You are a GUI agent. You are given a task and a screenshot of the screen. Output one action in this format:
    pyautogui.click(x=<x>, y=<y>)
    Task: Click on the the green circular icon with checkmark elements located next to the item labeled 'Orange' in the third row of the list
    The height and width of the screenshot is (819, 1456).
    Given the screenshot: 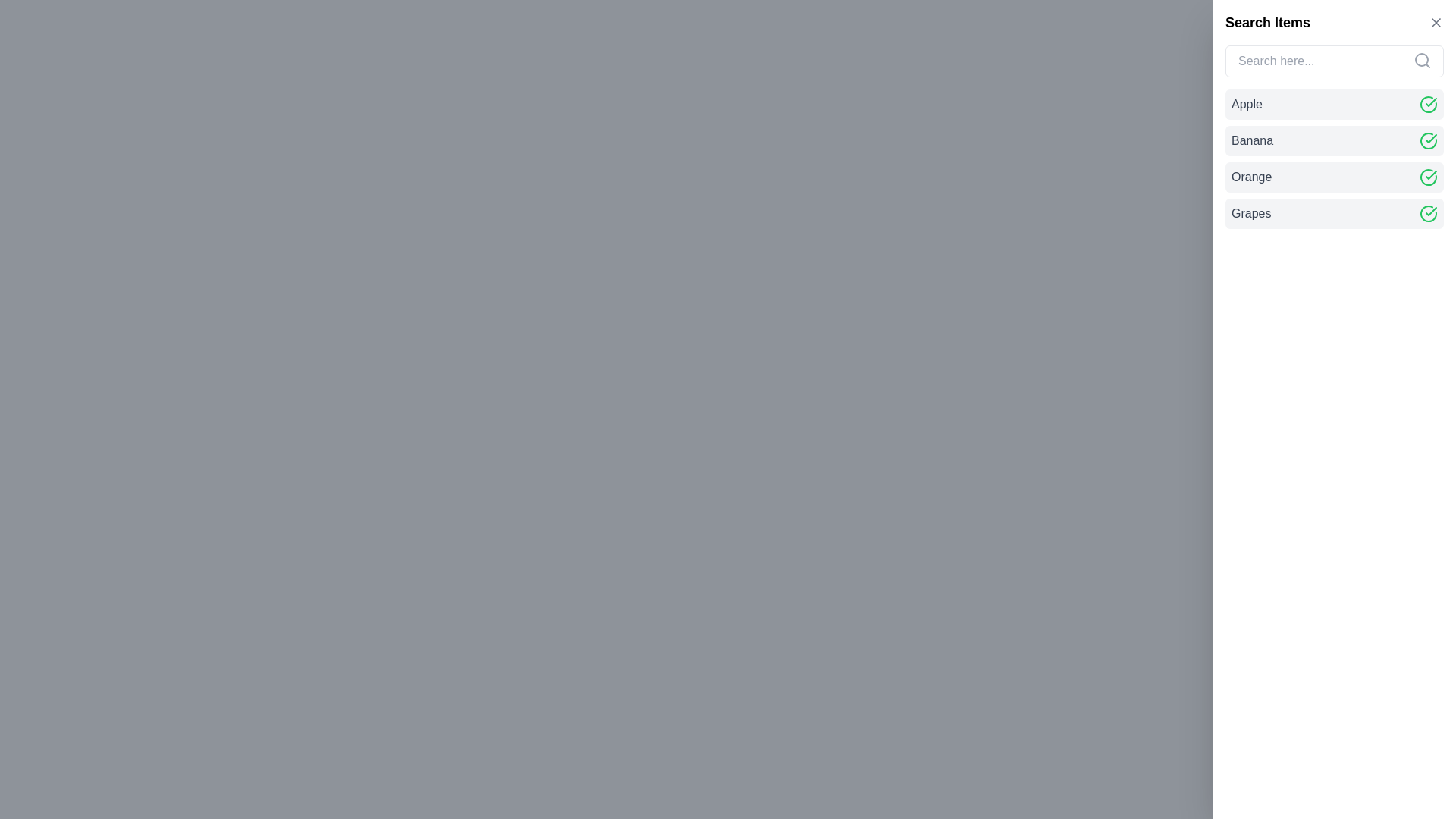 What is the action you would take?
    pyautogui.click(x=1427, y=177)
    